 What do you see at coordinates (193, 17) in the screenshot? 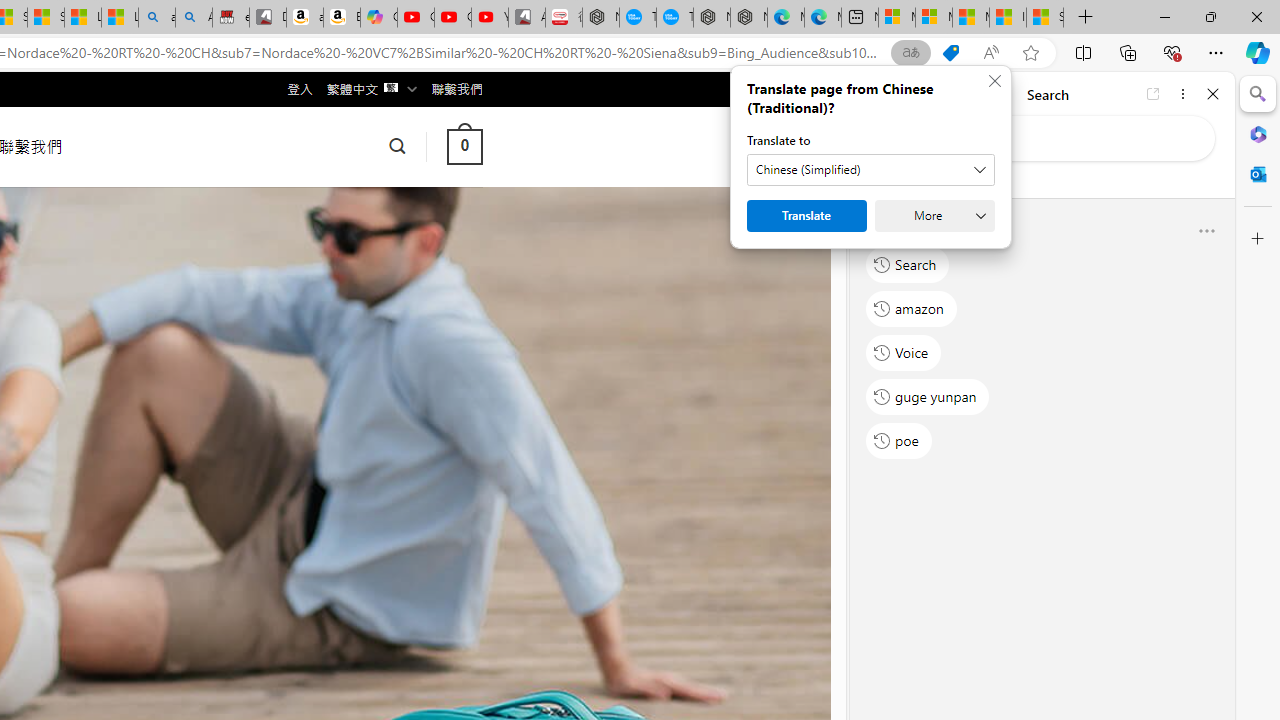
I see `'Amazon Echo Dot PNG - Search Images'` at bounding box center [193, 17].